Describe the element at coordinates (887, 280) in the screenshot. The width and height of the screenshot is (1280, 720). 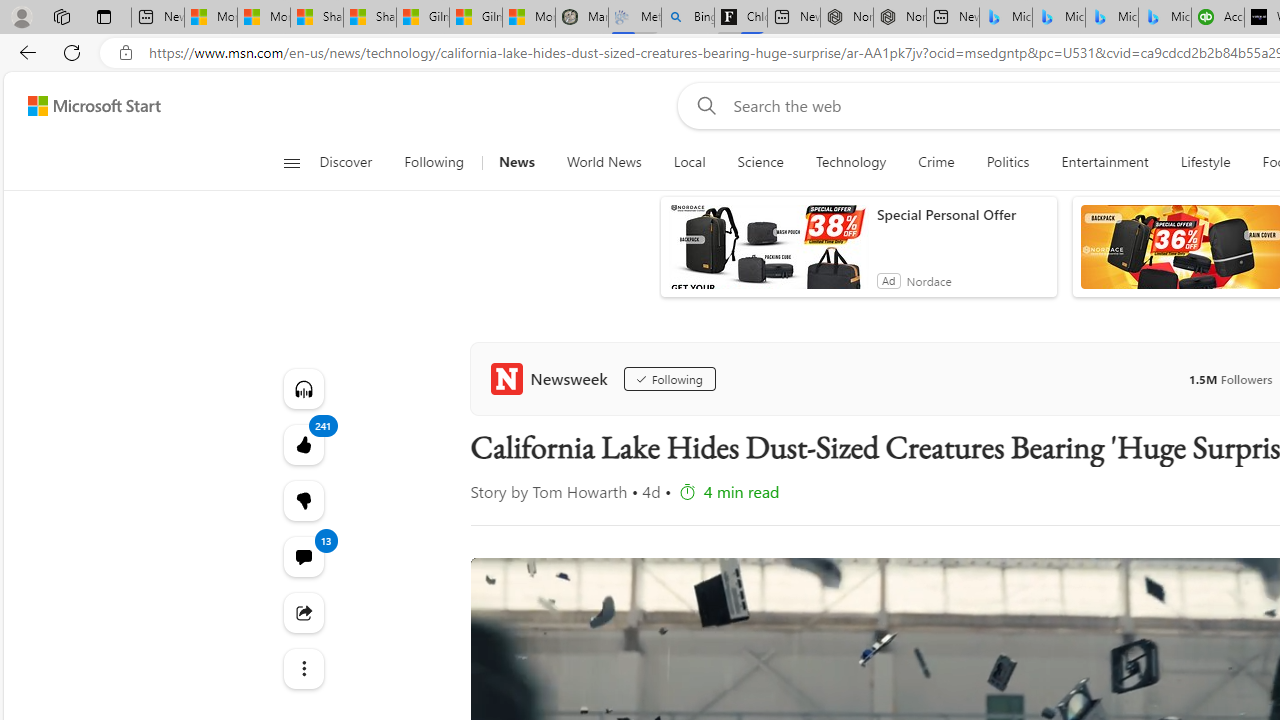
I see `'Ad'` at that location.